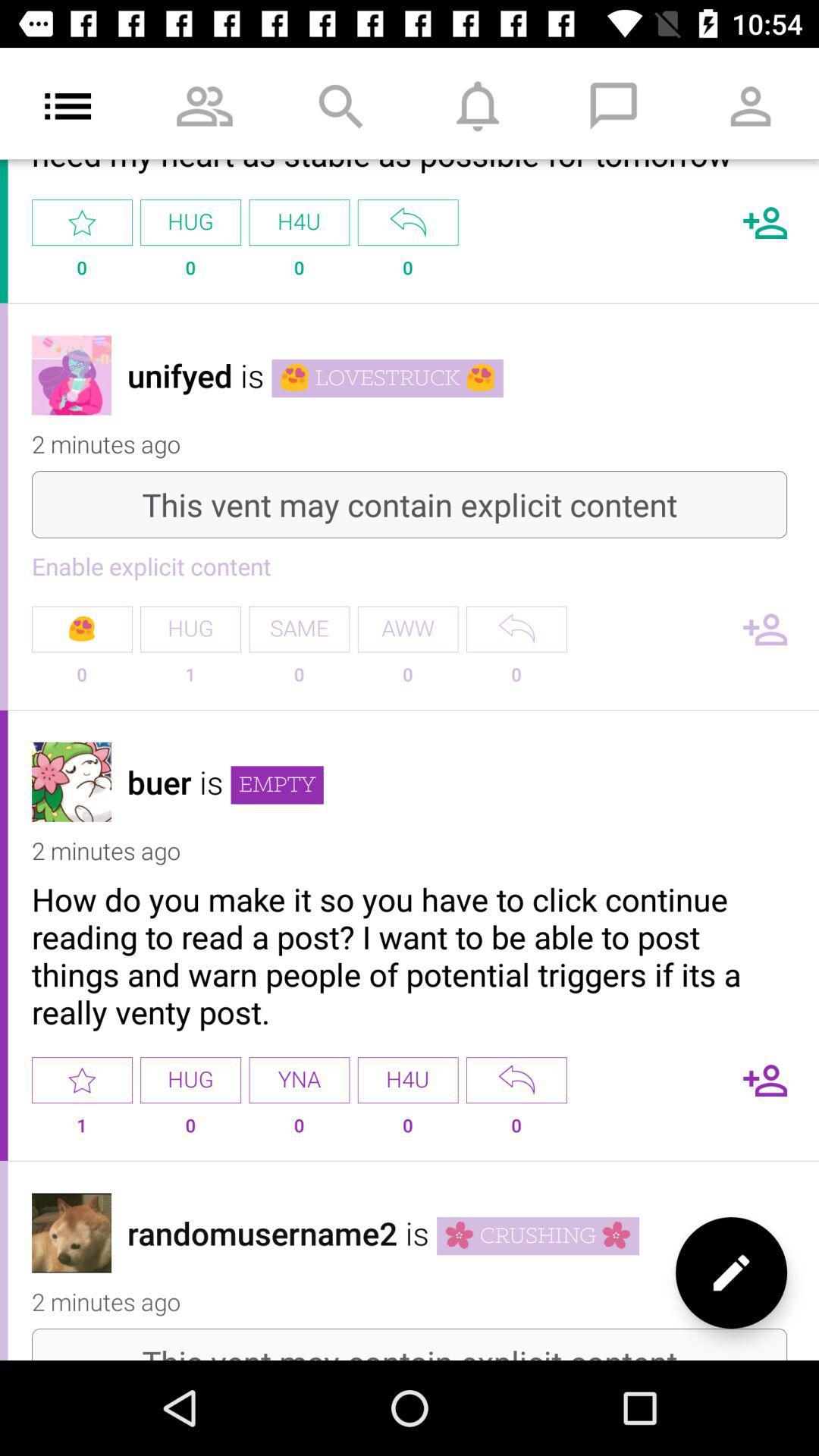 The width and height of the screenshot is (819, 1456). Describe the element at coordinates (516, 629) in the screenshot. I see `previous` at that location.